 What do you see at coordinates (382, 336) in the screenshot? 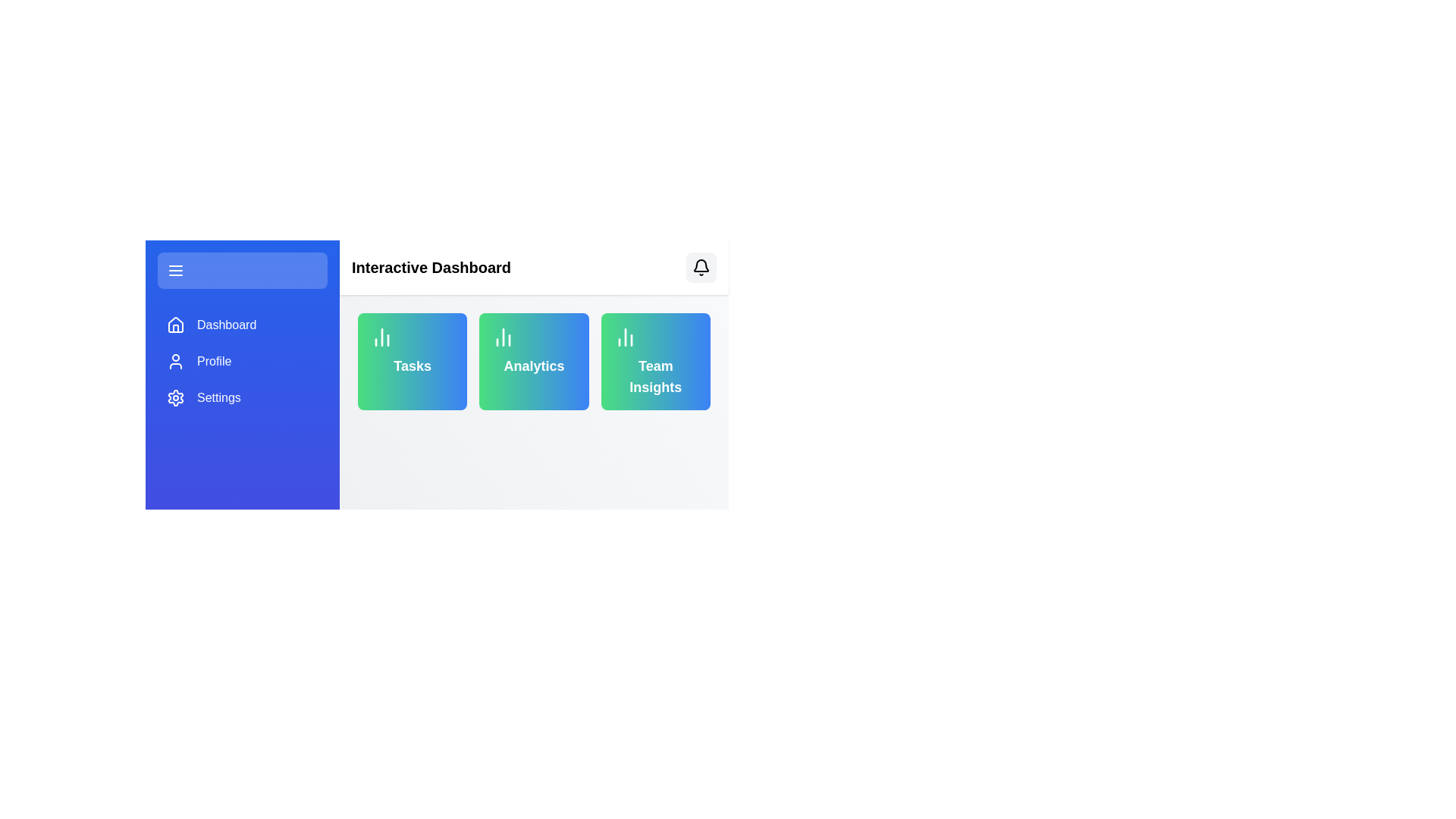
I see `the chart icon with a green to blue gradient background, located in the upper-left area of the 'Tasks' card in the second column of the main dashboard grid layout` at bounding box center [382, 336].